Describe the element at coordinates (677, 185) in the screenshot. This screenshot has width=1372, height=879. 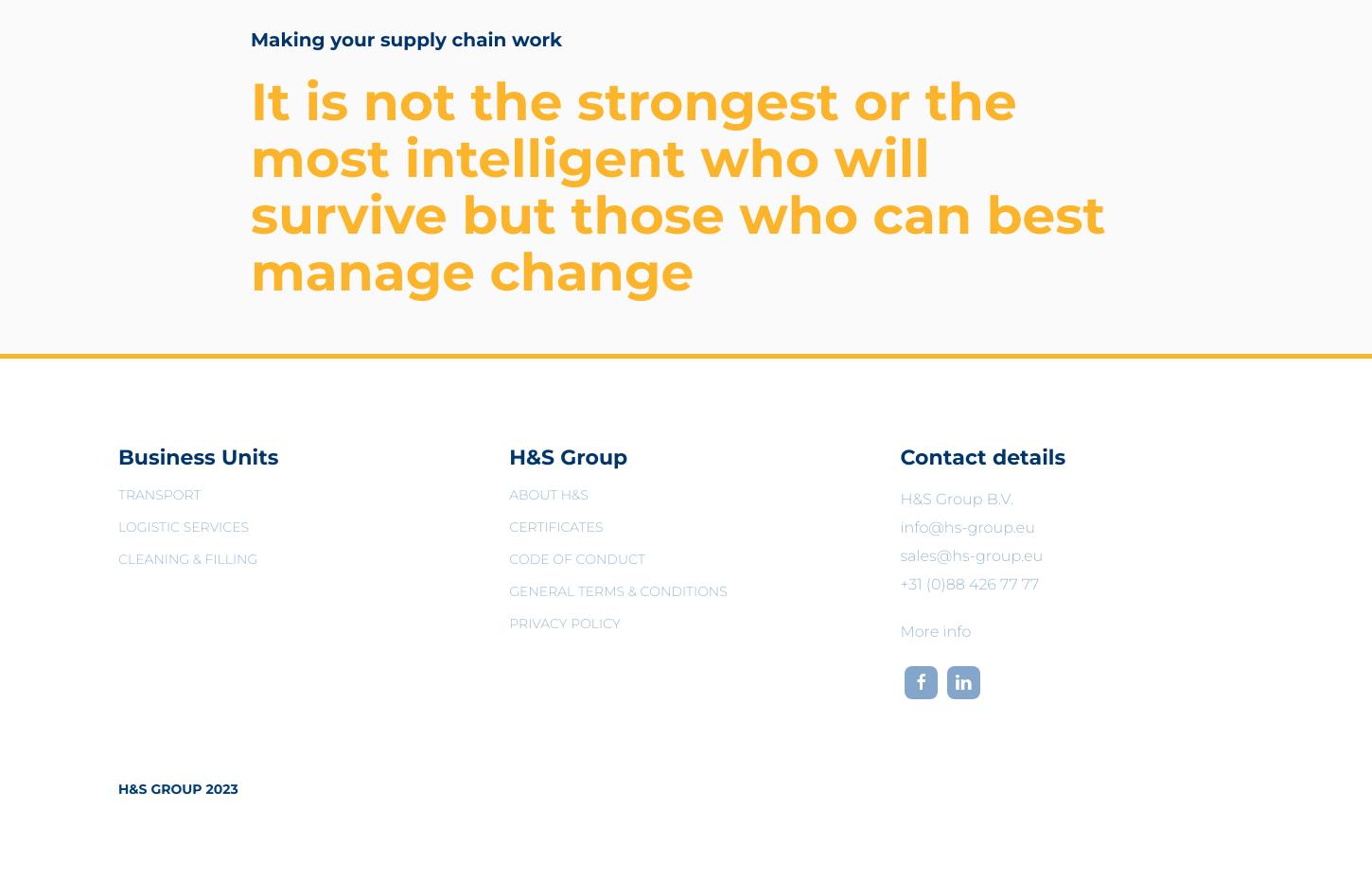
I see `'It is not the strongest or the most intelligent who will survive but those who can best manage change'` at that location.